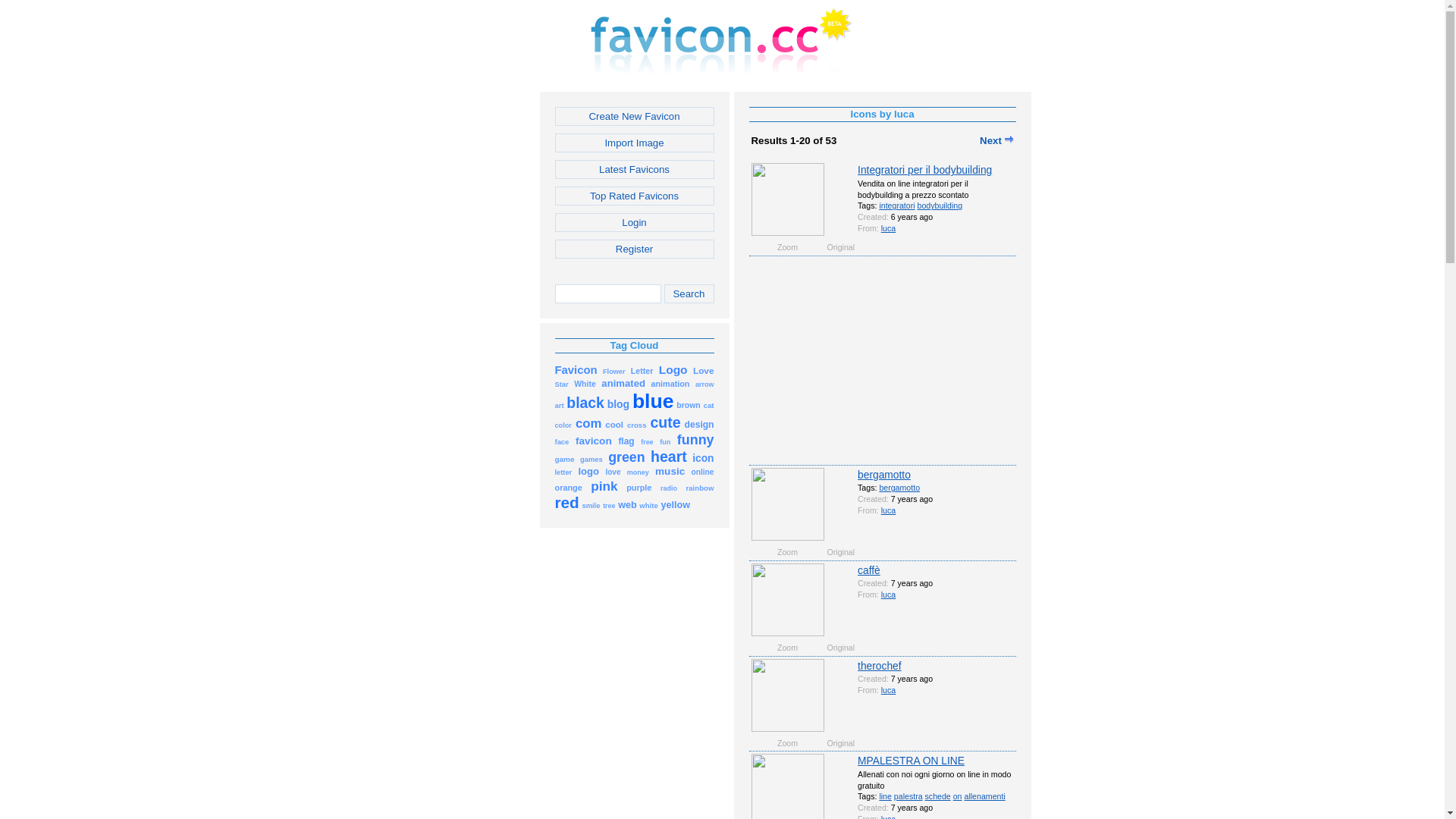 The width and height of the screenshot is (1456, 819). What do you see at coordinates (701, 457) in the screenshot?
I see `'icon'` at bounding box center [701, 457].